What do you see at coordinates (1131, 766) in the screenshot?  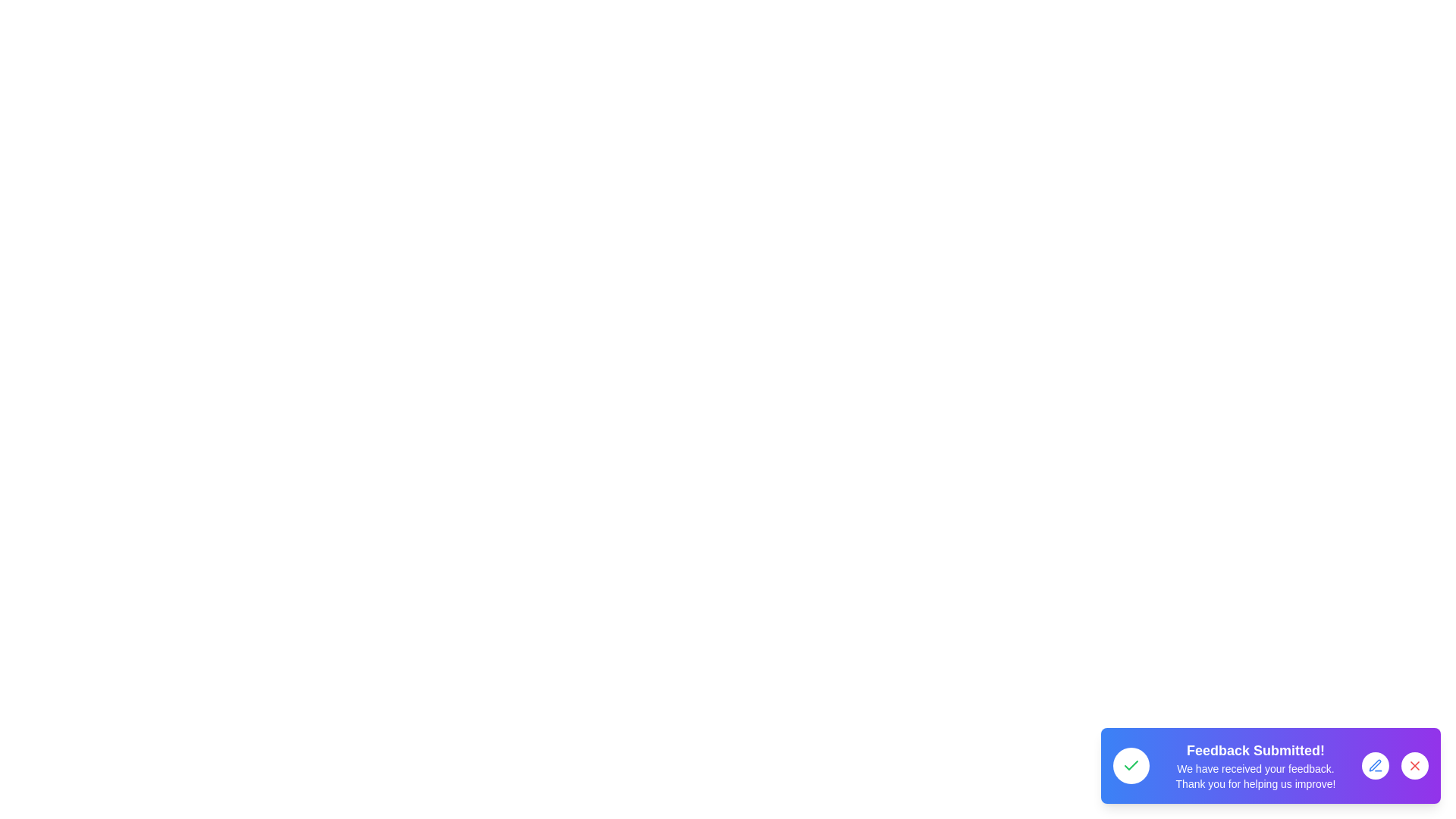 I see `the success icon to observe its state` at bounding box center [1131, 766].